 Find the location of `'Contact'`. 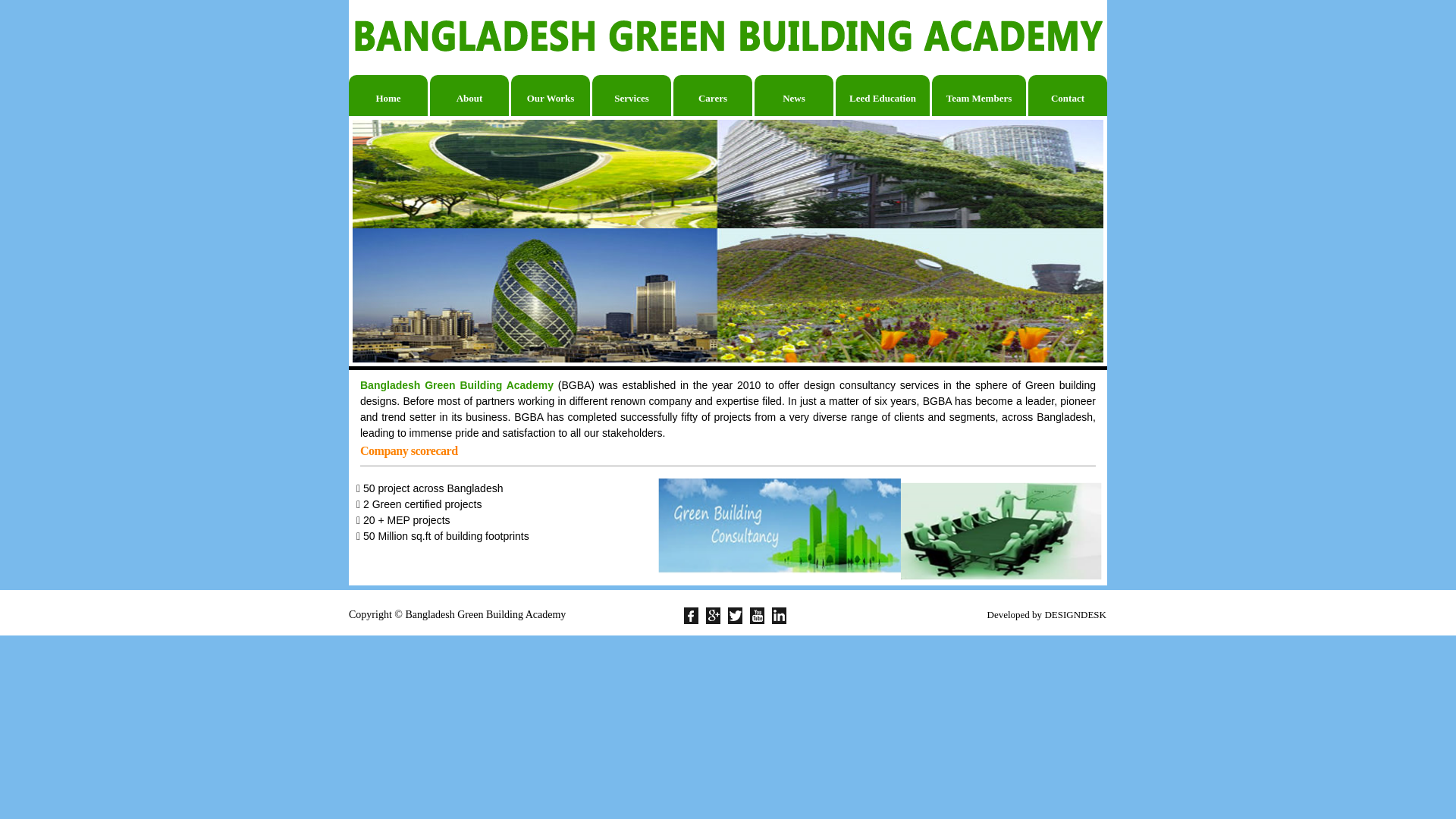

'Contact' is located at coordinates (1066, 96).